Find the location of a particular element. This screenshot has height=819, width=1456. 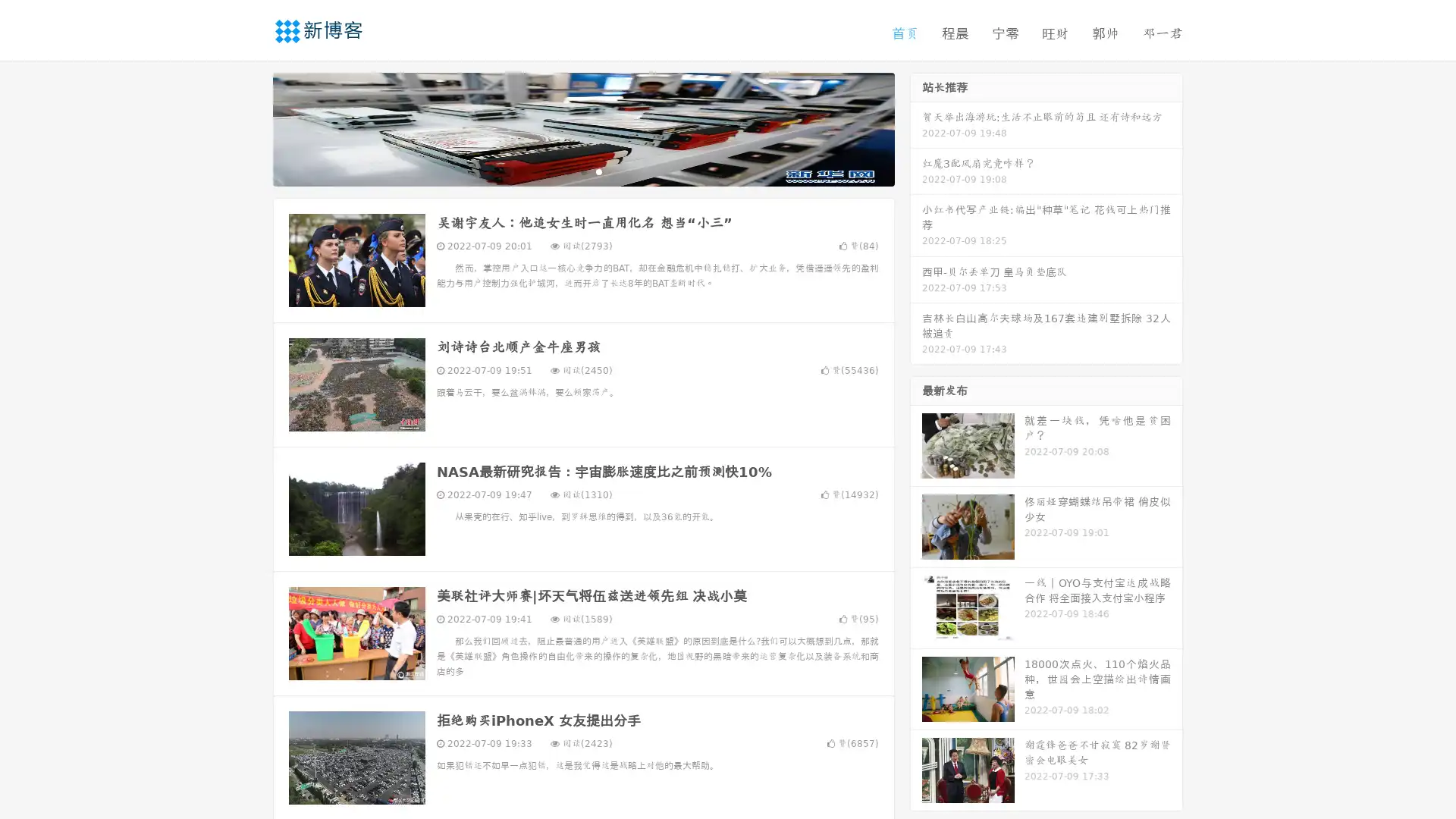

Go to slide 2 is located at coordinates (582, 171).